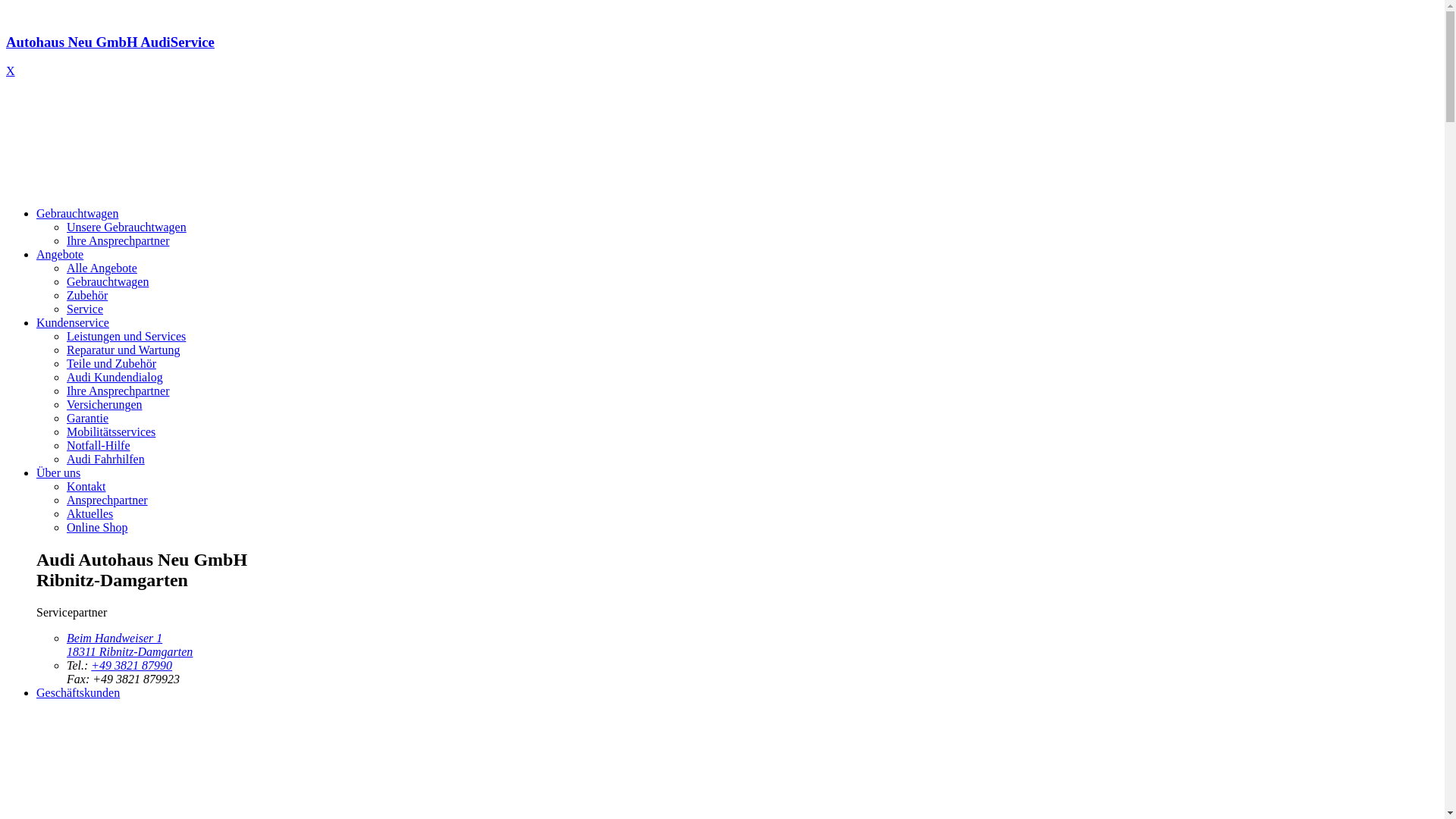  What do you see at coordinates (65, 444) in the screenshot?
I see `'Notfall-Hilfe'` at bounding box center [65, 444].